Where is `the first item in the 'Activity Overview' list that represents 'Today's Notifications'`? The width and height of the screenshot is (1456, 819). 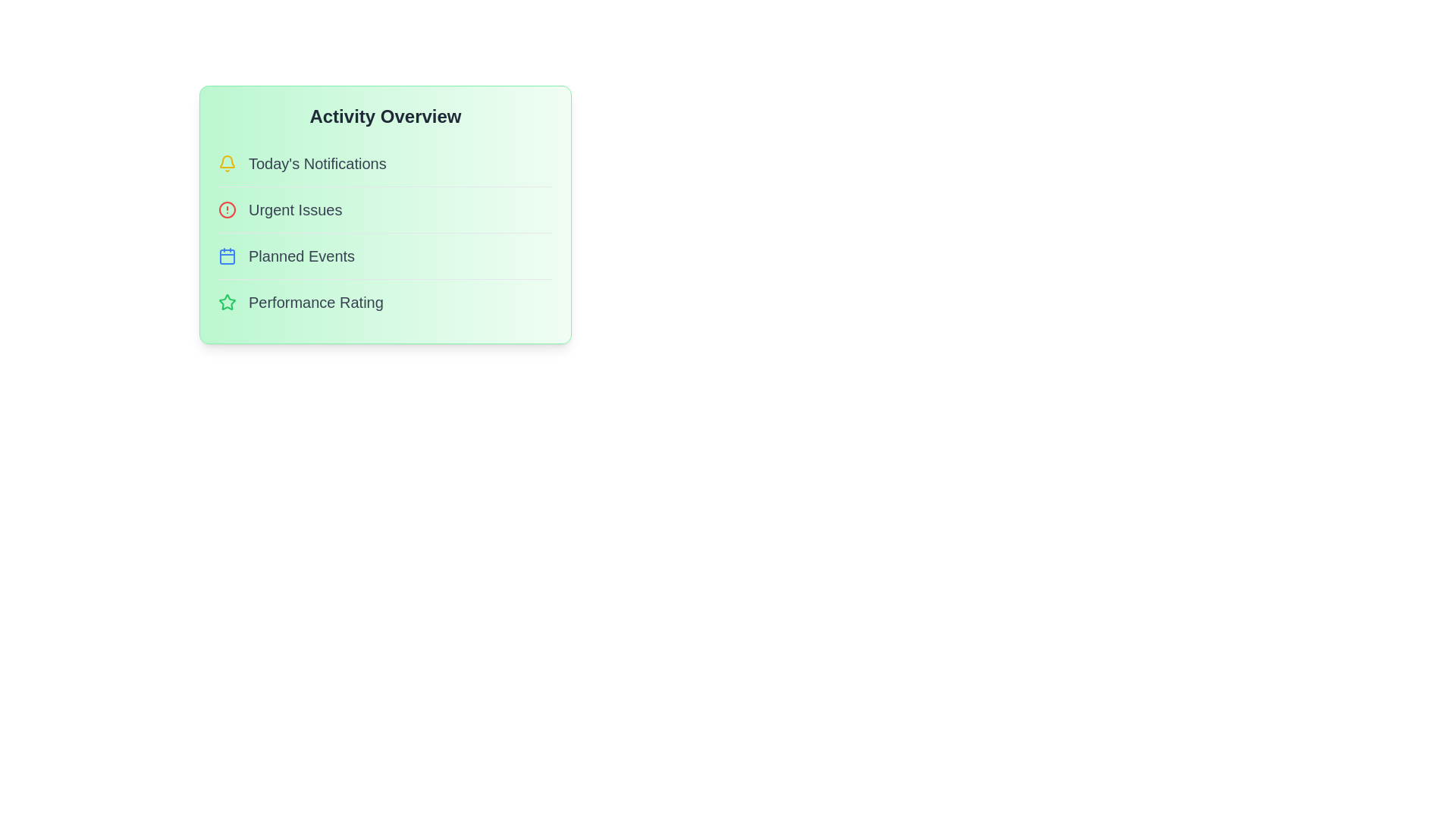
the first item in the 'Activity Overview' list that represents 'Today's Notifications' is located at coordinates (385, 164).